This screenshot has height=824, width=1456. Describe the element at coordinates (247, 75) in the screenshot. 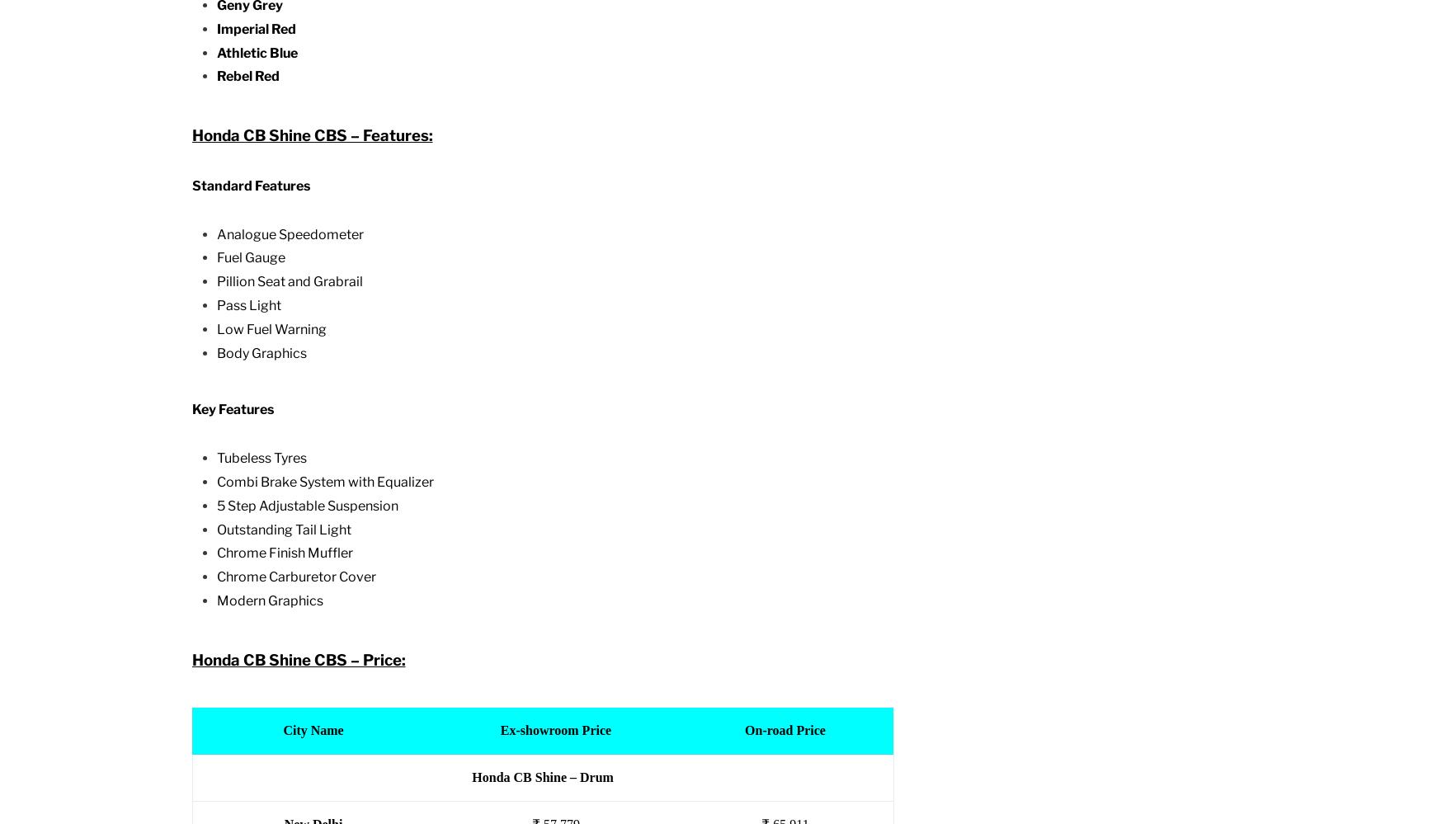

I see `'Rebel Red'` at that location.